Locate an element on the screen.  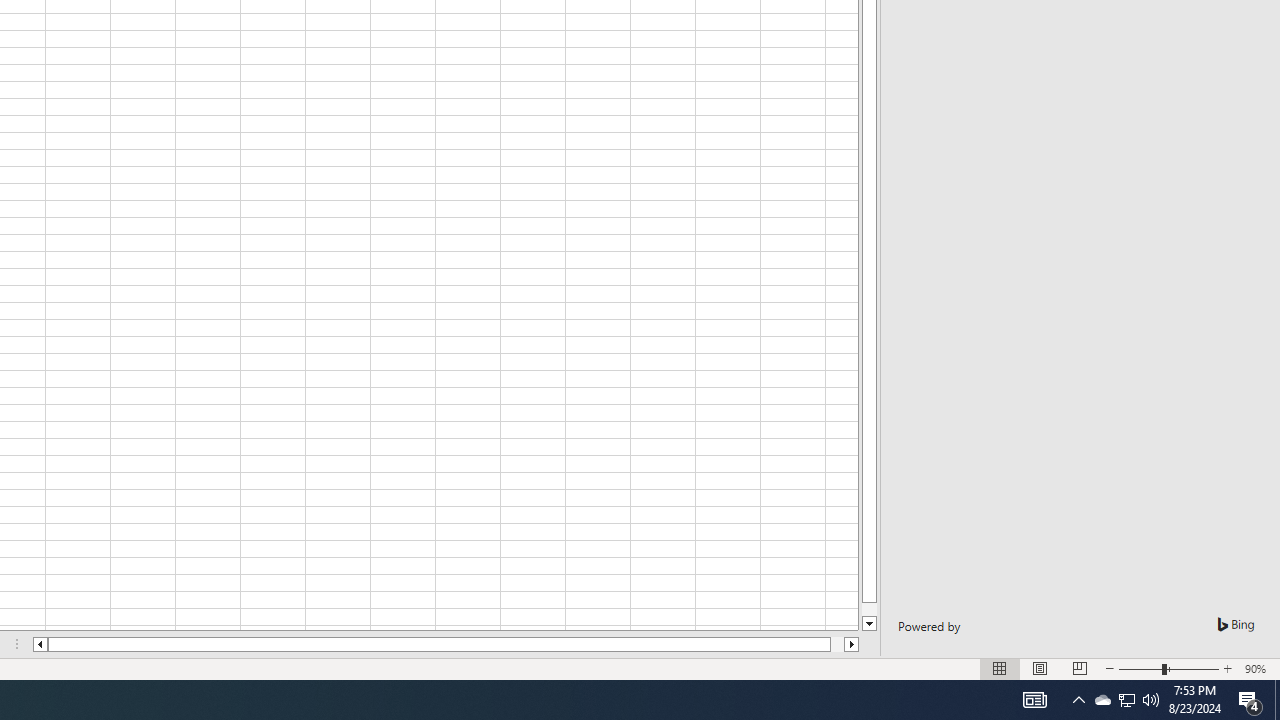
'Class: NetUIScrollBar' is located at coordinates (445, 644).